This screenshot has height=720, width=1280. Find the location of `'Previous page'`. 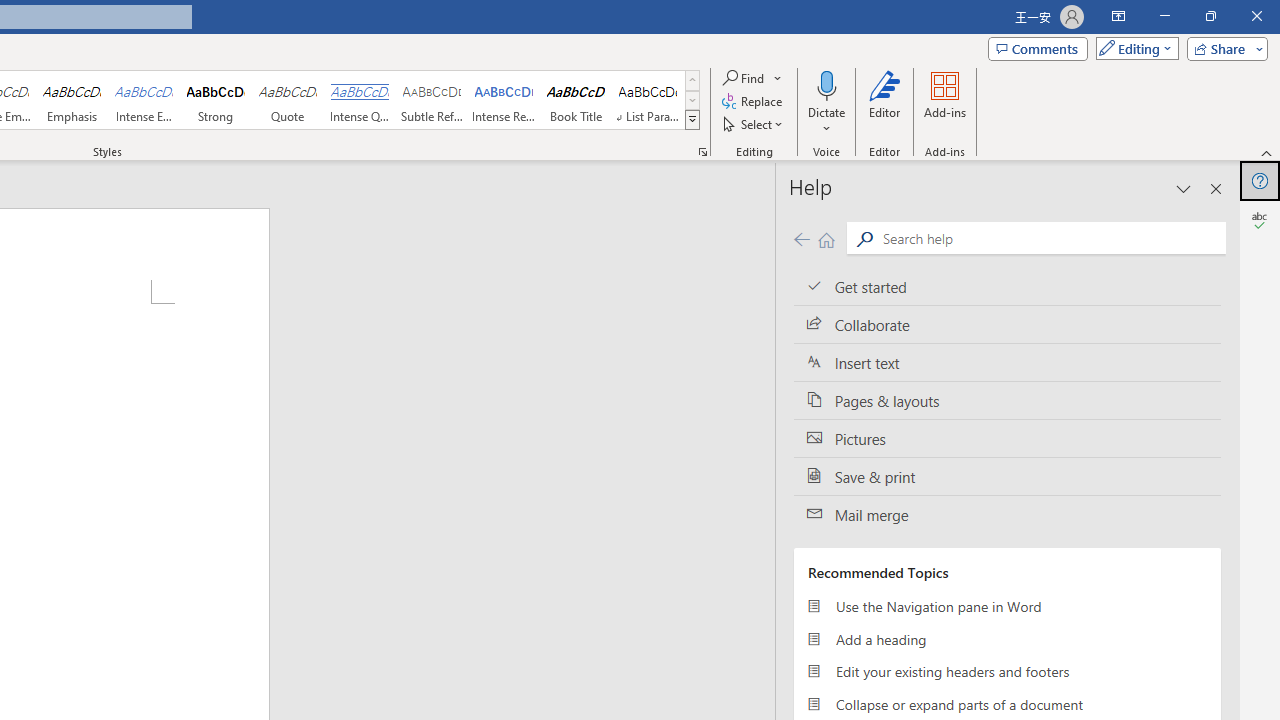

'Previous page' is located at coordinates (801, 238).